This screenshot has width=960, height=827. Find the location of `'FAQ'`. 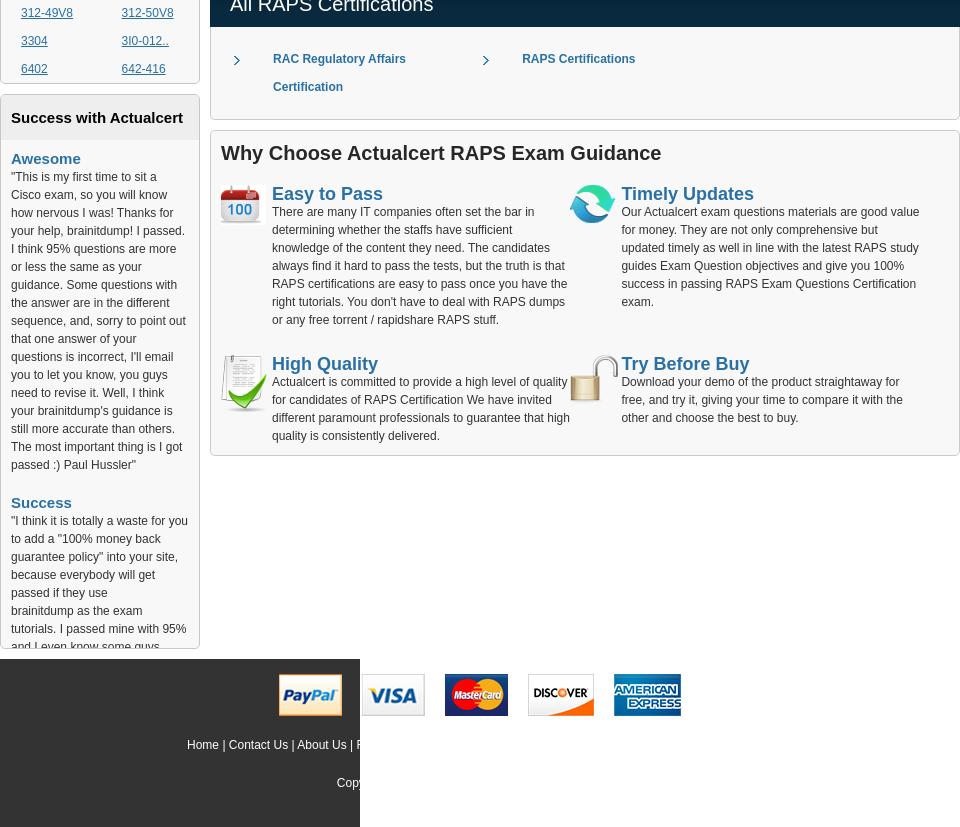

'FAQ' is located at coordinates (366, 743).